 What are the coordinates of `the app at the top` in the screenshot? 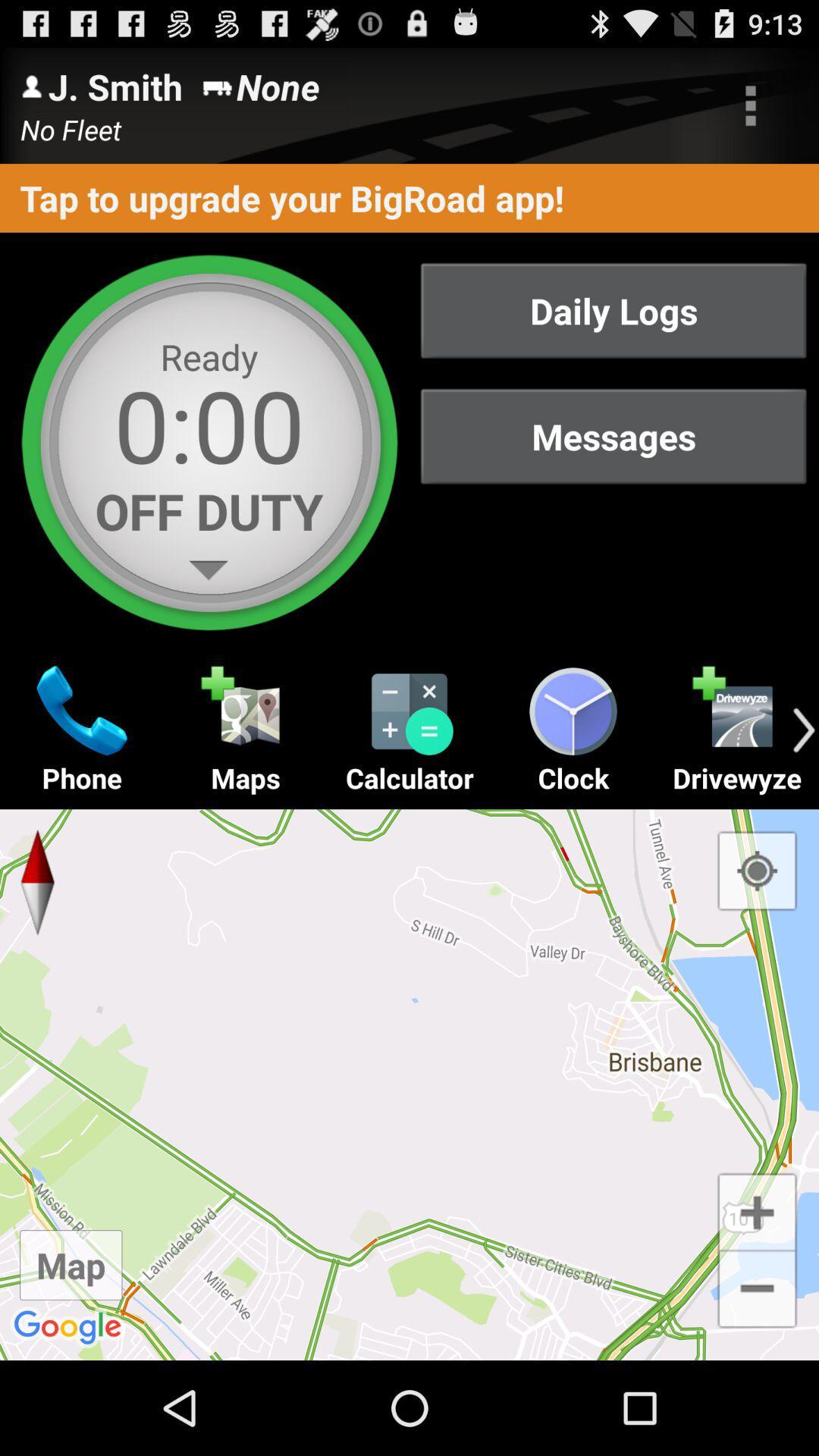 It's located at (409, 197).